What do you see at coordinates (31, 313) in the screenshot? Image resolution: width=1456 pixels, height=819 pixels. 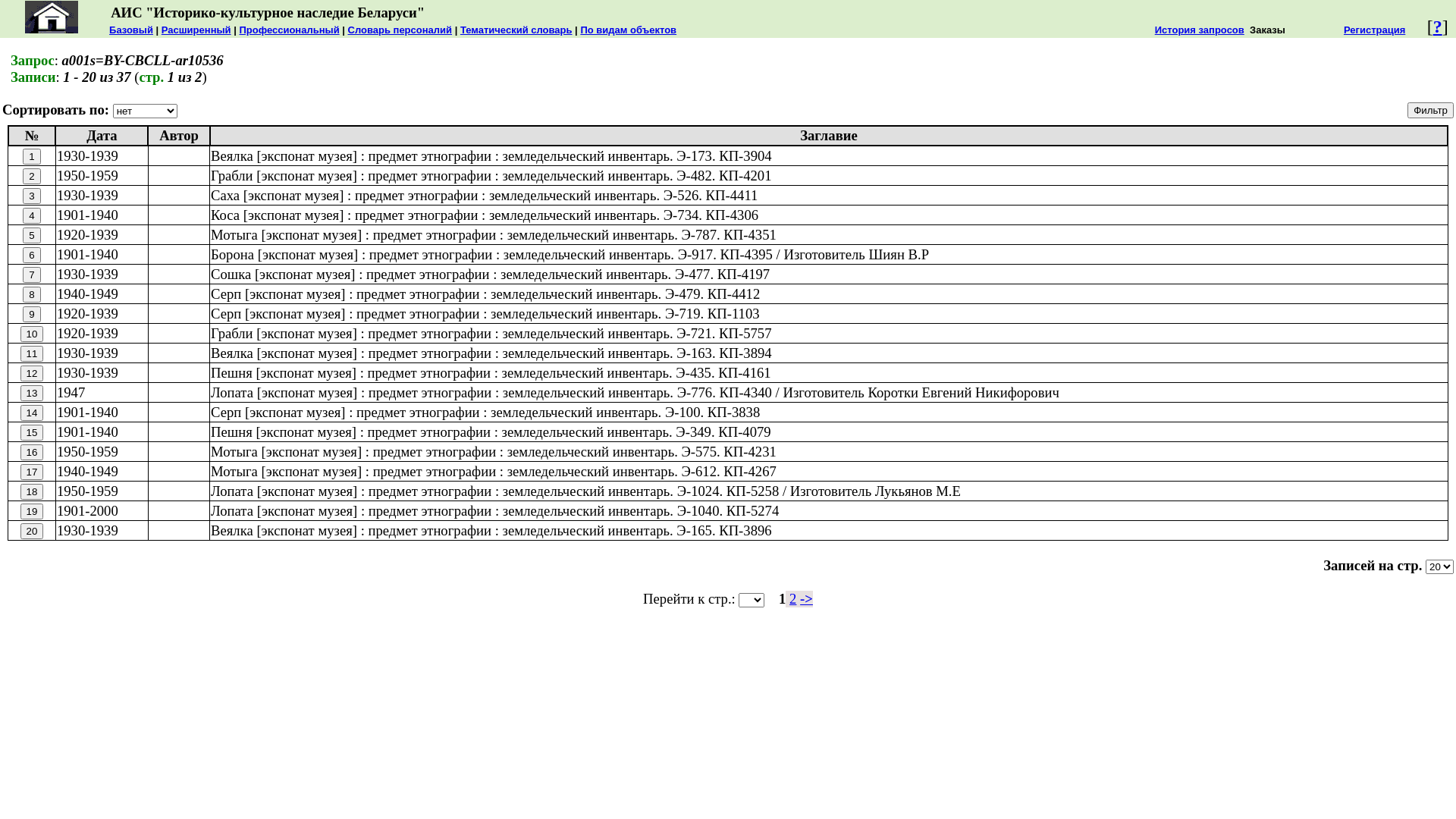 I see `'9'` at bounding box center [31, 313].